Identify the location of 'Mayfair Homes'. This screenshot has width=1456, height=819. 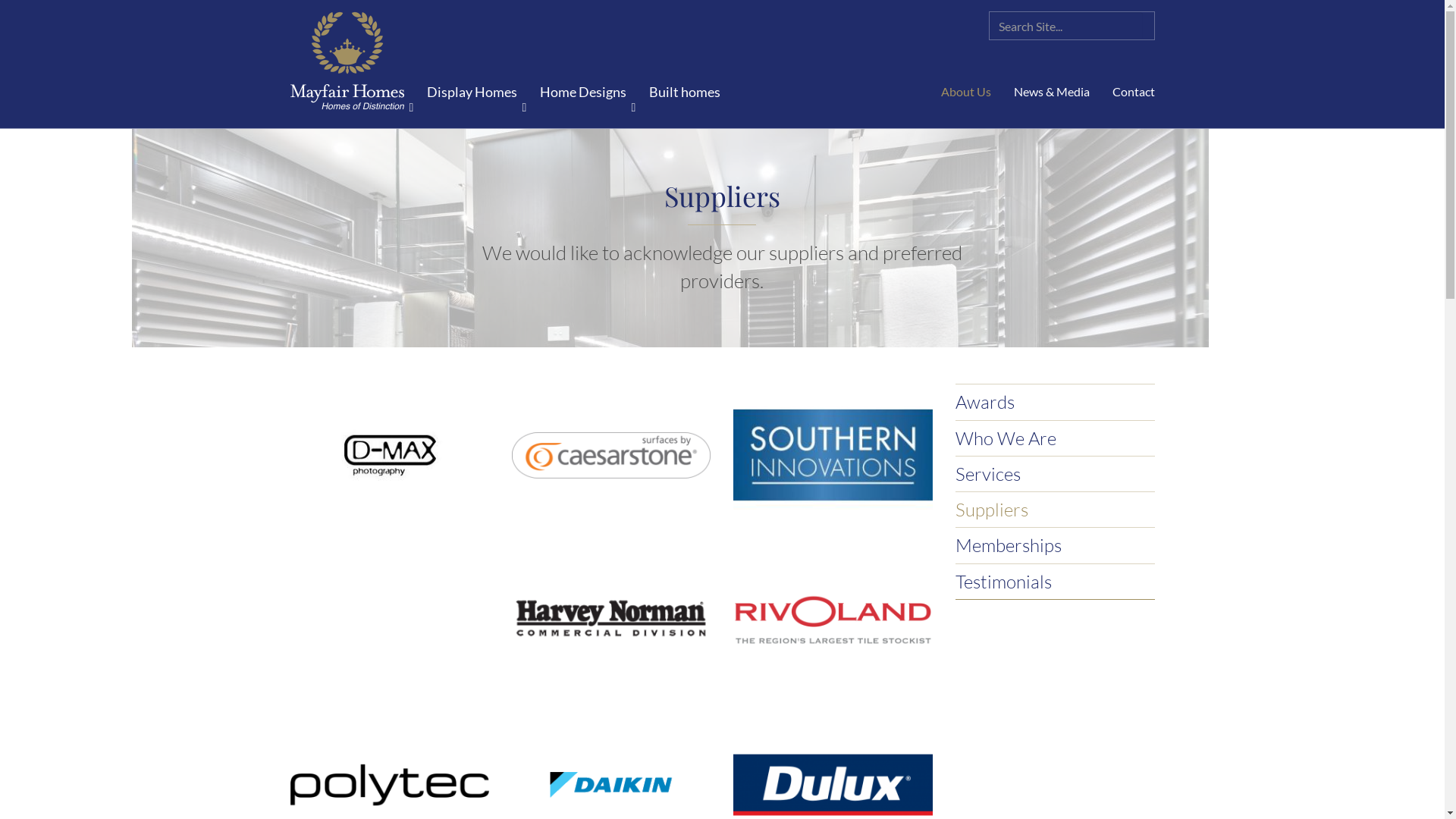
(346, 61).